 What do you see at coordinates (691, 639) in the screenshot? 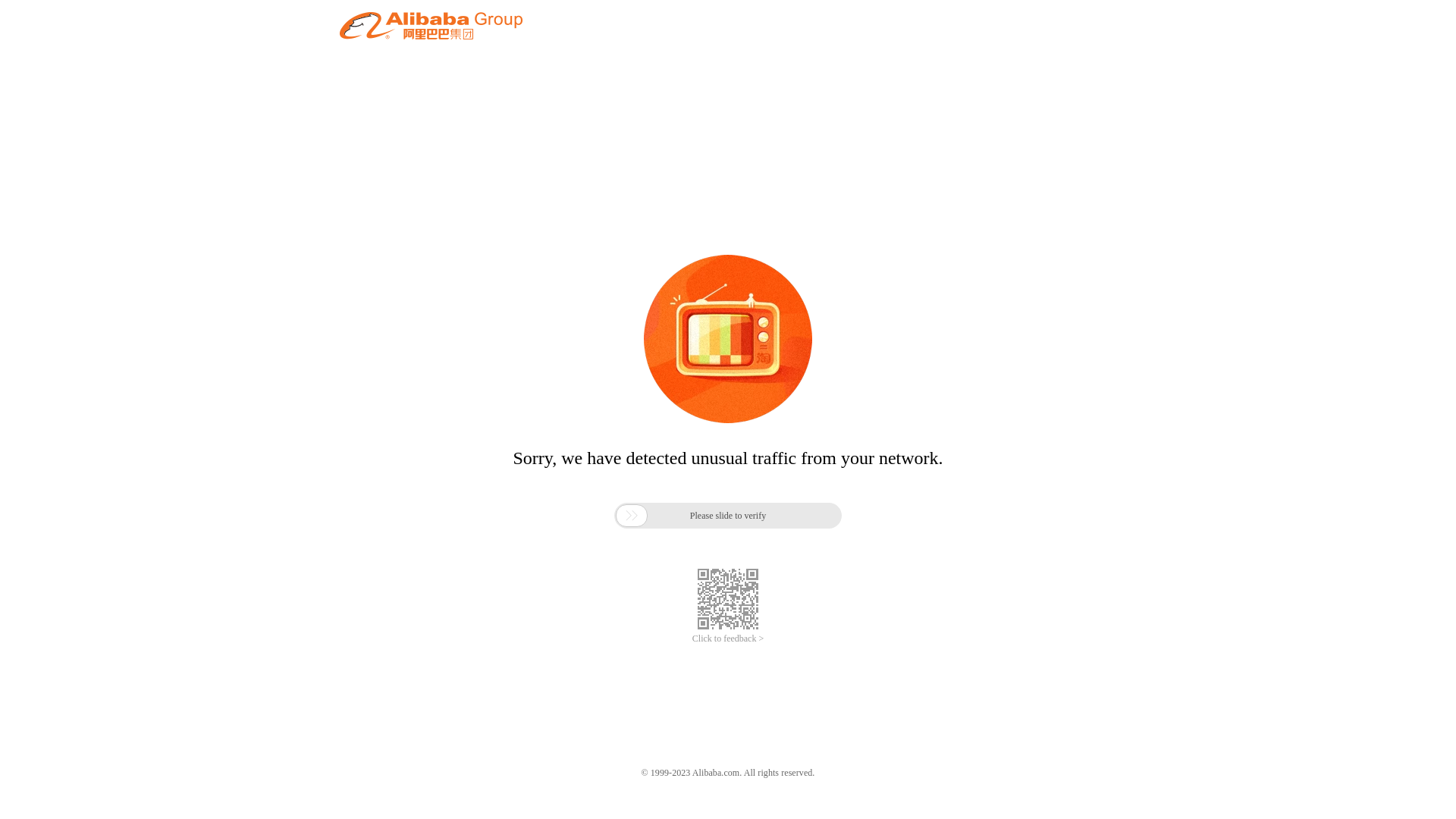
I see `'Click to feedback >'` at bounding box center [691, 639].